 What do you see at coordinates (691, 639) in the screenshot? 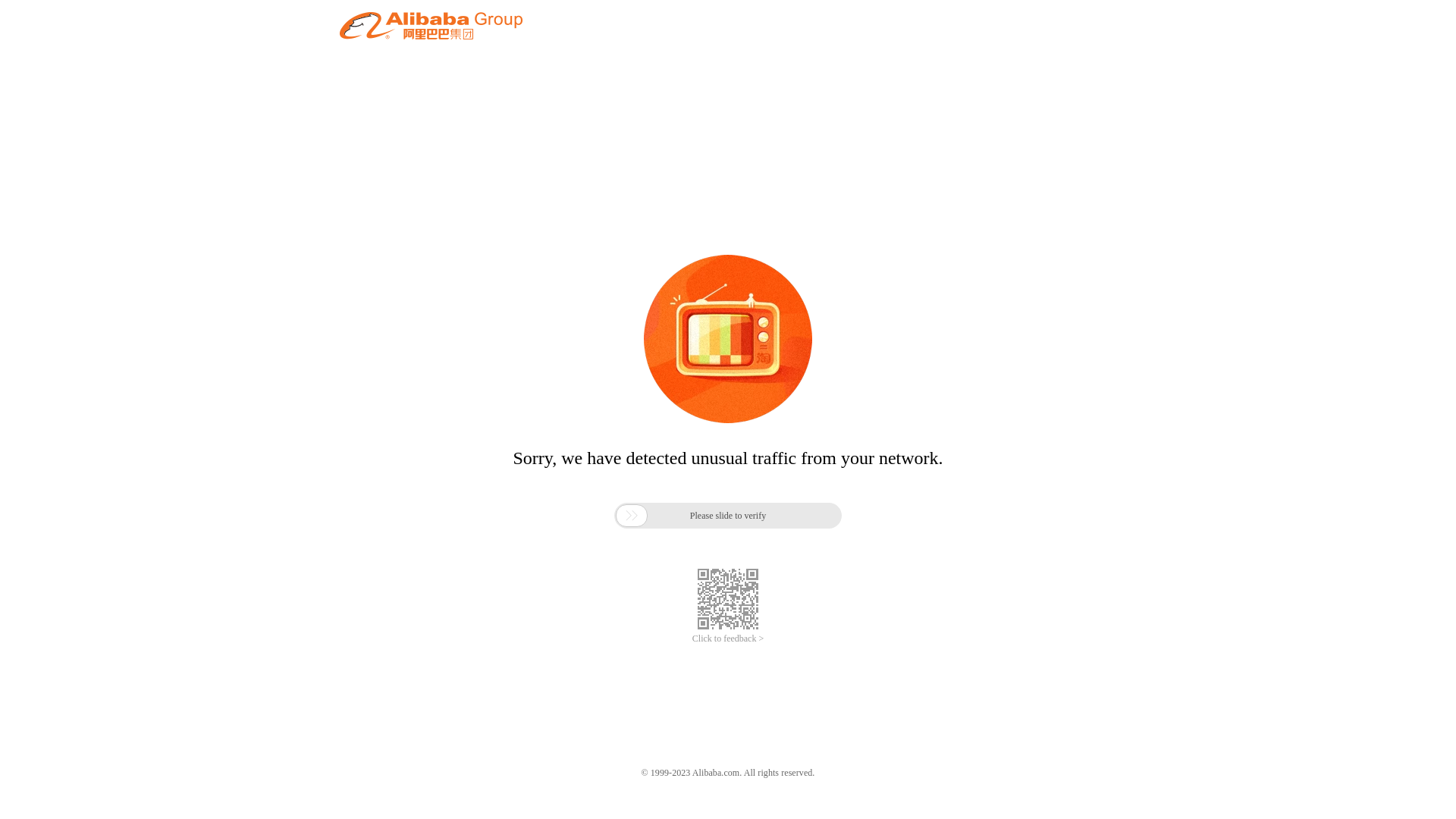
I see `'Click to feedback >'` at bounding box center [691, 639].